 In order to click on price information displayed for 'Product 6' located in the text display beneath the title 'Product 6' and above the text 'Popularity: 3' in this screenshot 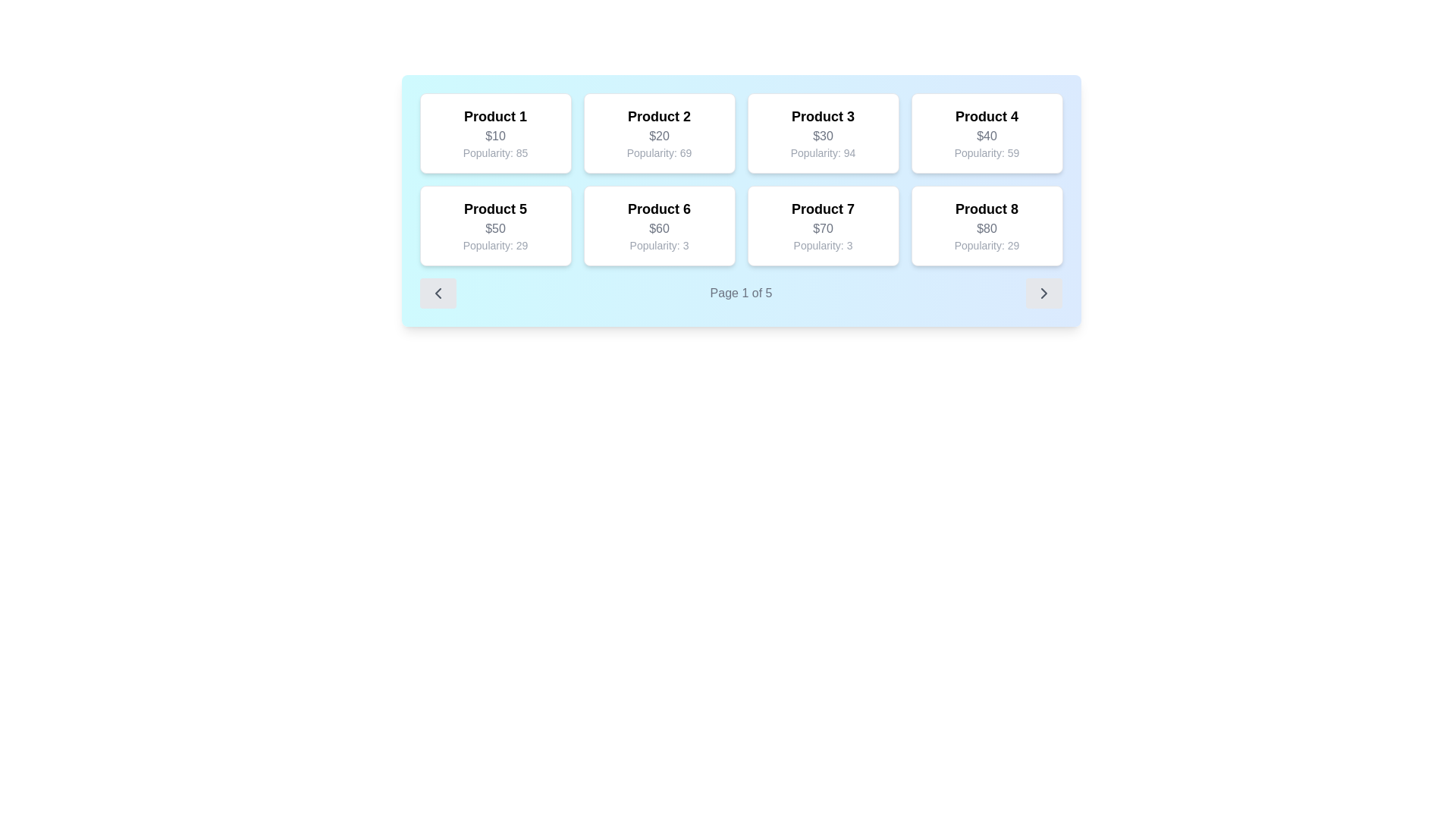, I will do `click(659, 228)`.